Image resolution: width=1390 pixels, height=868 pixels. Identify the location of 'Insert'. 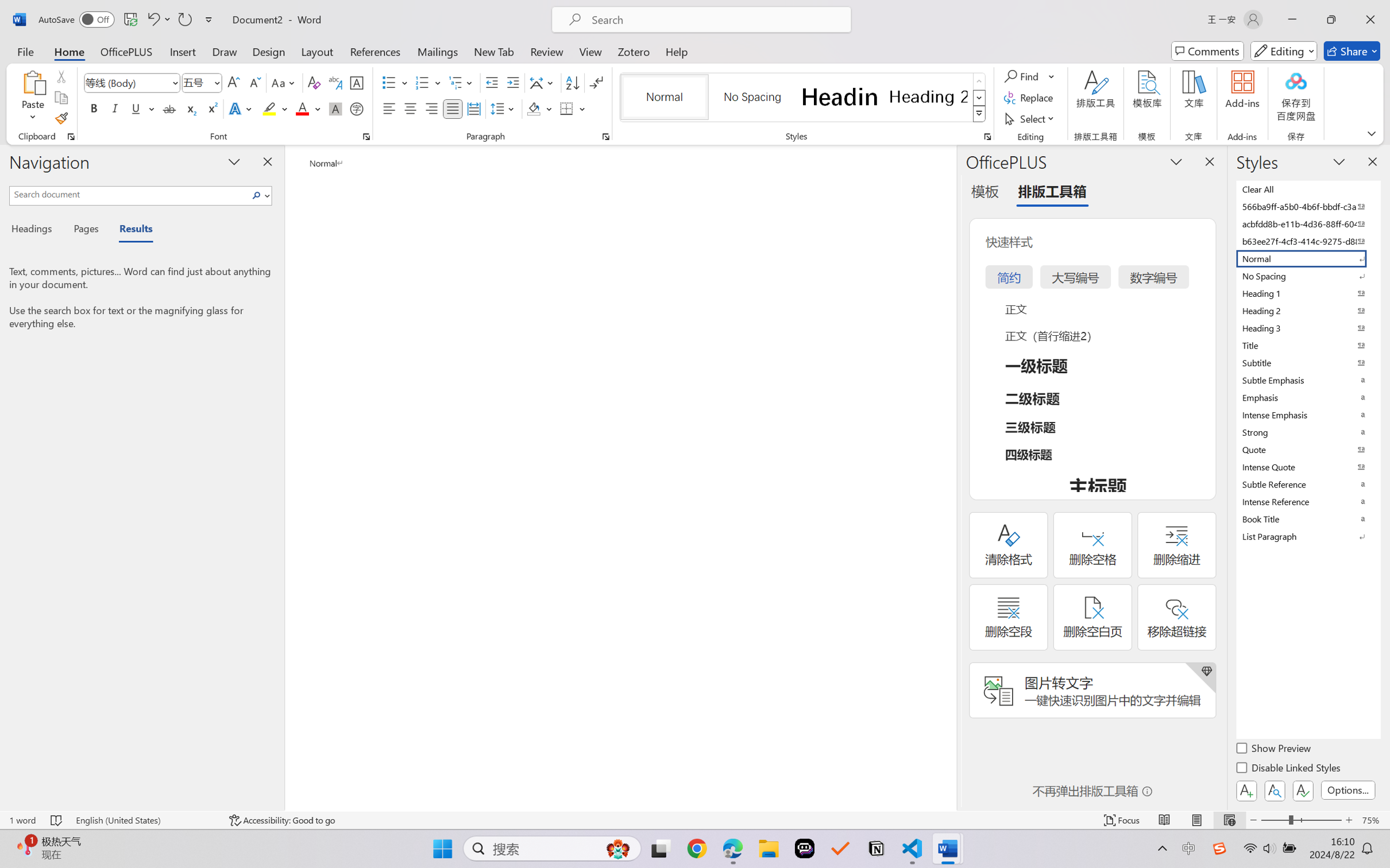
(182, 51).